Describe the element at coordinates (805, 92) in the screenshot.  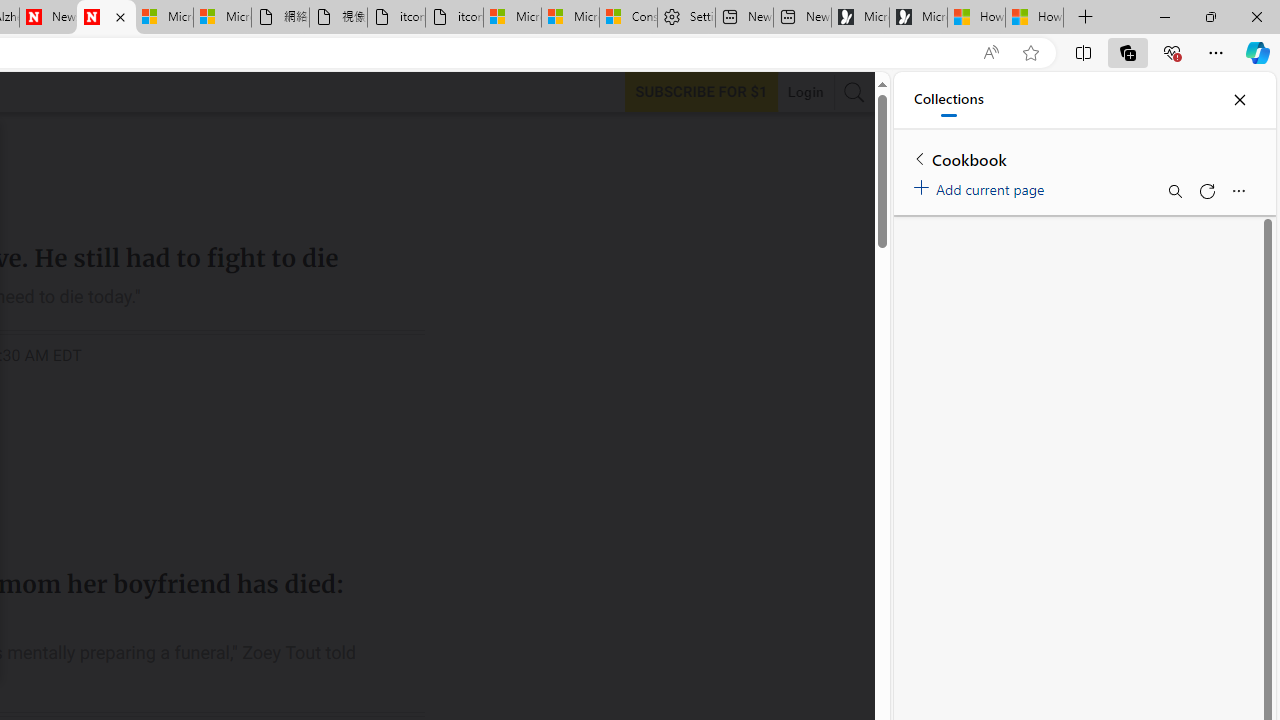
I see `'Login'` at that location.